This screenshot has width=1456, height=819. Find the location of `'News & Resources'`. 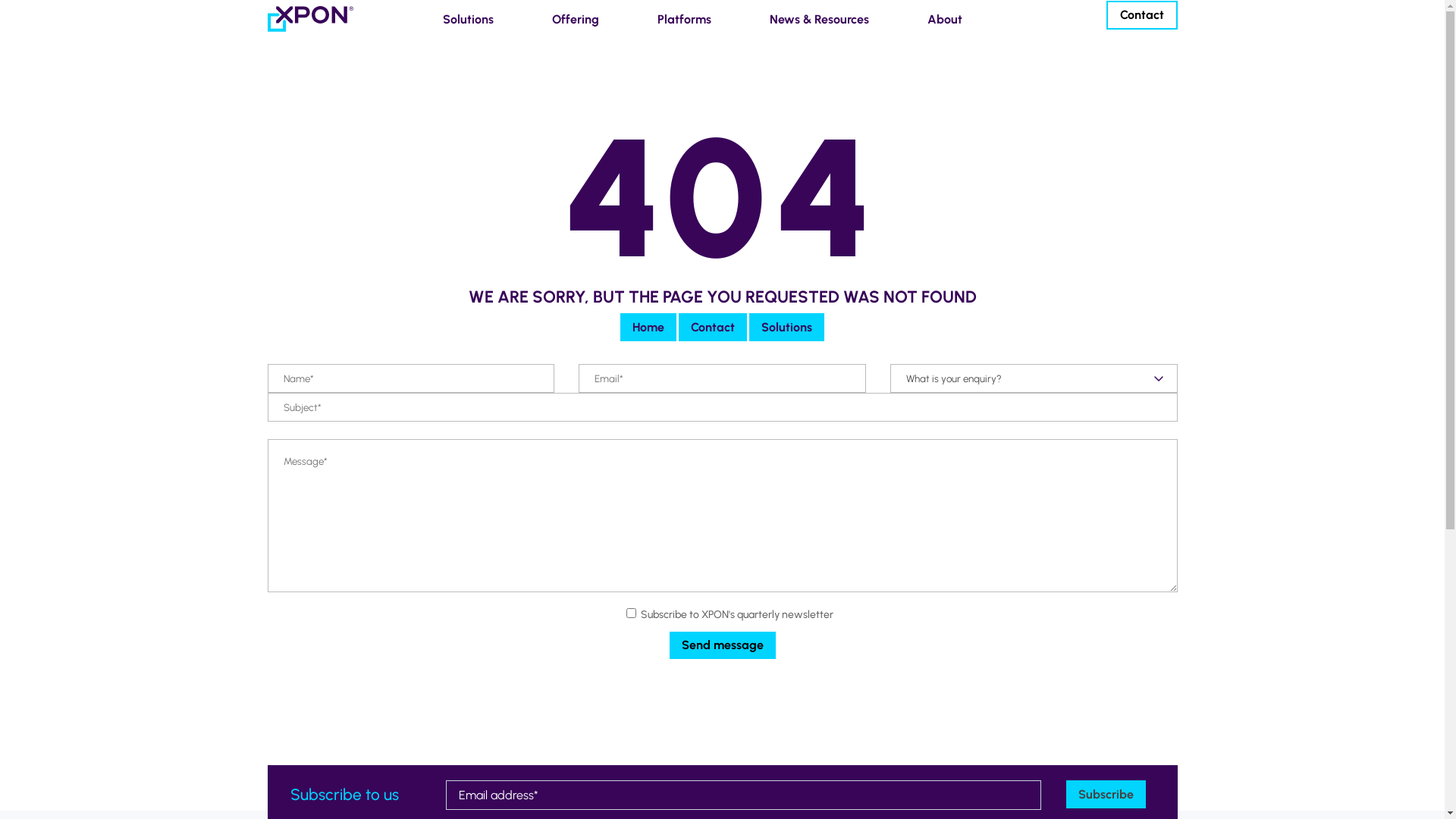

'News & Resources' is located at coordinates (814, 19).